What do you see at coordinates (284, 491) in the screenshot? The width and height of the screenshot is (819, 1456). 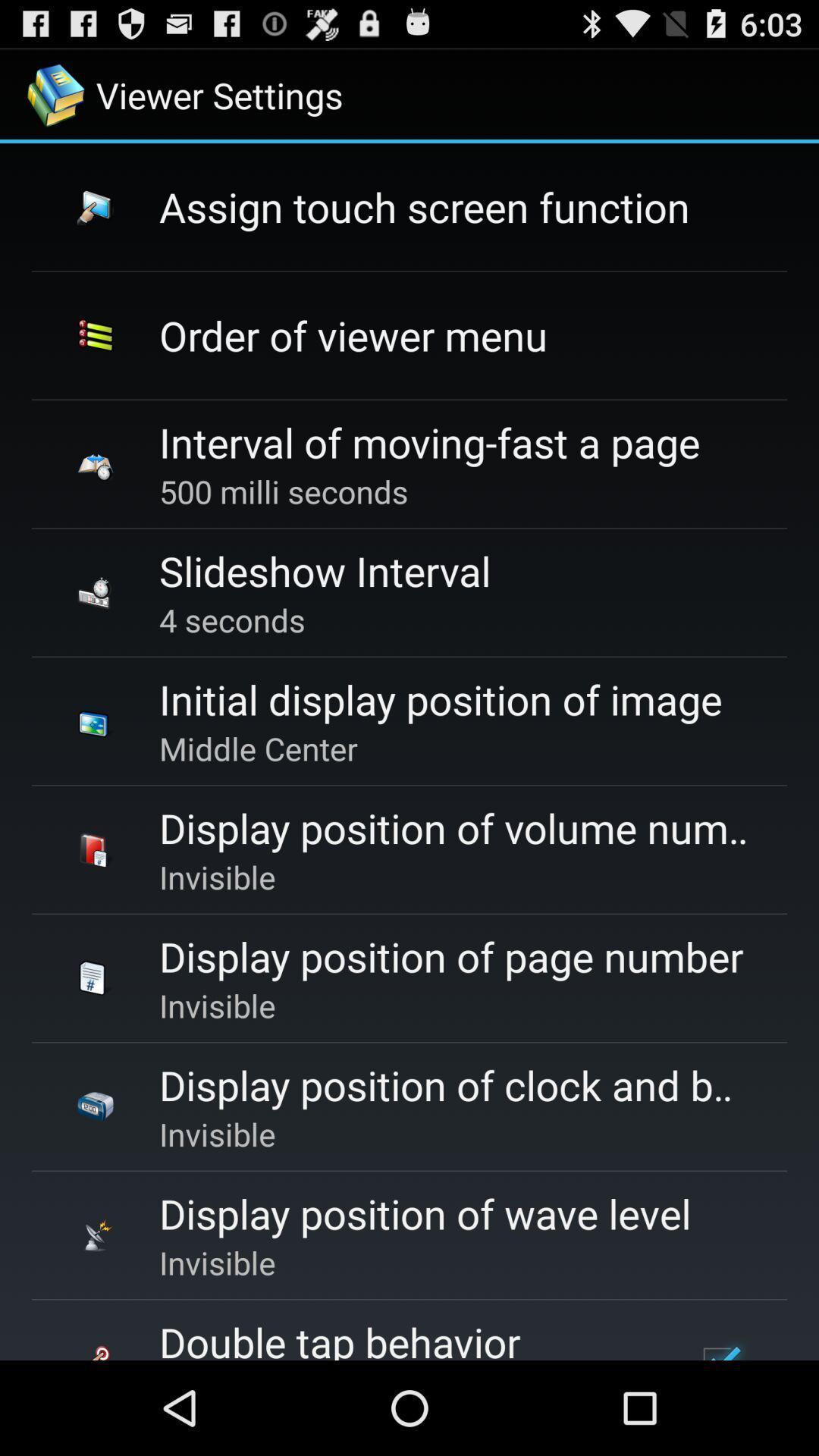 I see `the 500 milli seconds` at bounding box center [284, 491].